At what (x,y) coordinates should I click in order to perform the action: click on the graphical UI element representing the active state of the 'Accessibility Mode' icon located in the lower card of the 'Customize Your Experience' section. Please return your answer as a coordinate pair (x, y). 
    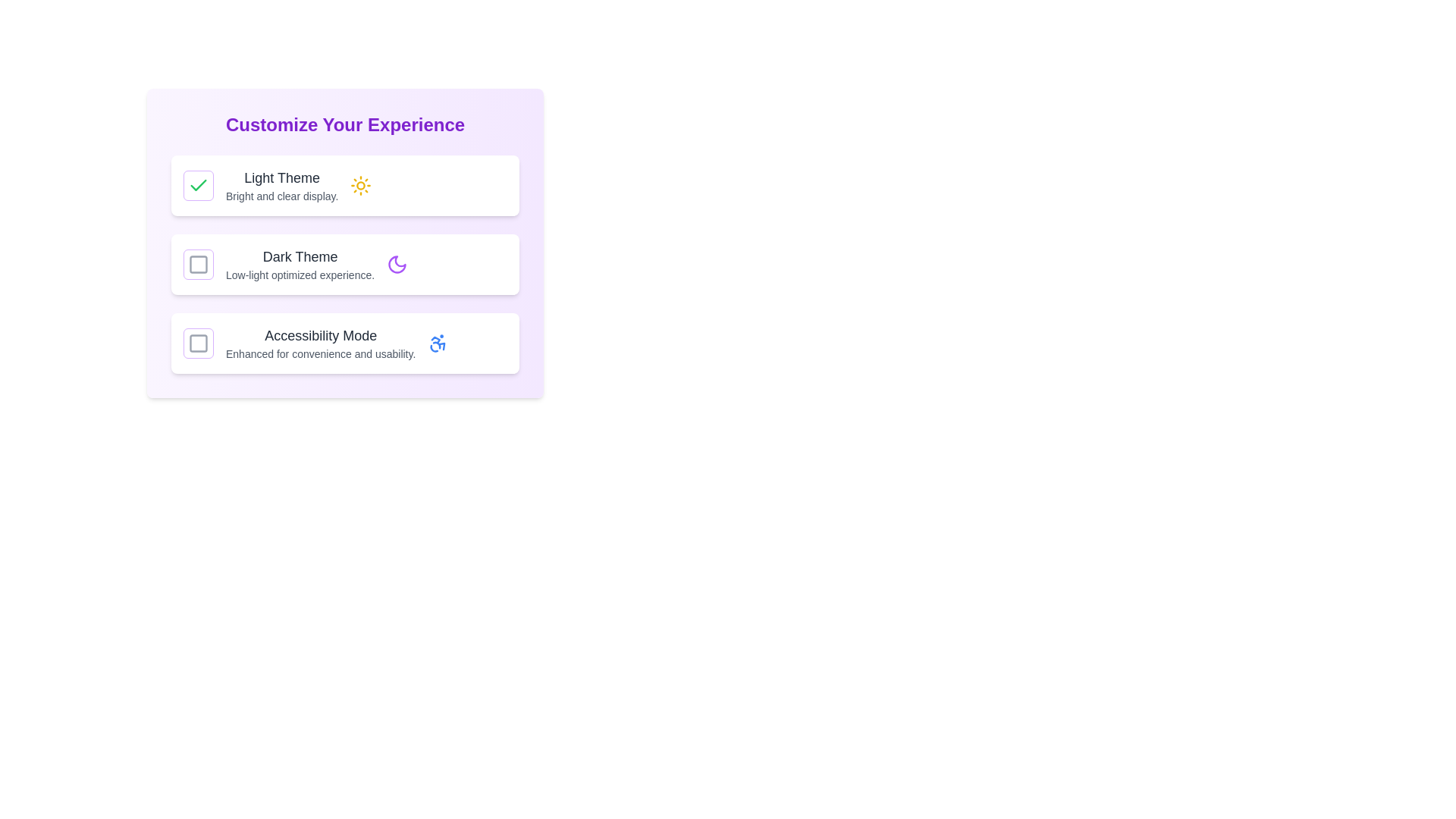
    Looking at the image, I should click on (198, 343).